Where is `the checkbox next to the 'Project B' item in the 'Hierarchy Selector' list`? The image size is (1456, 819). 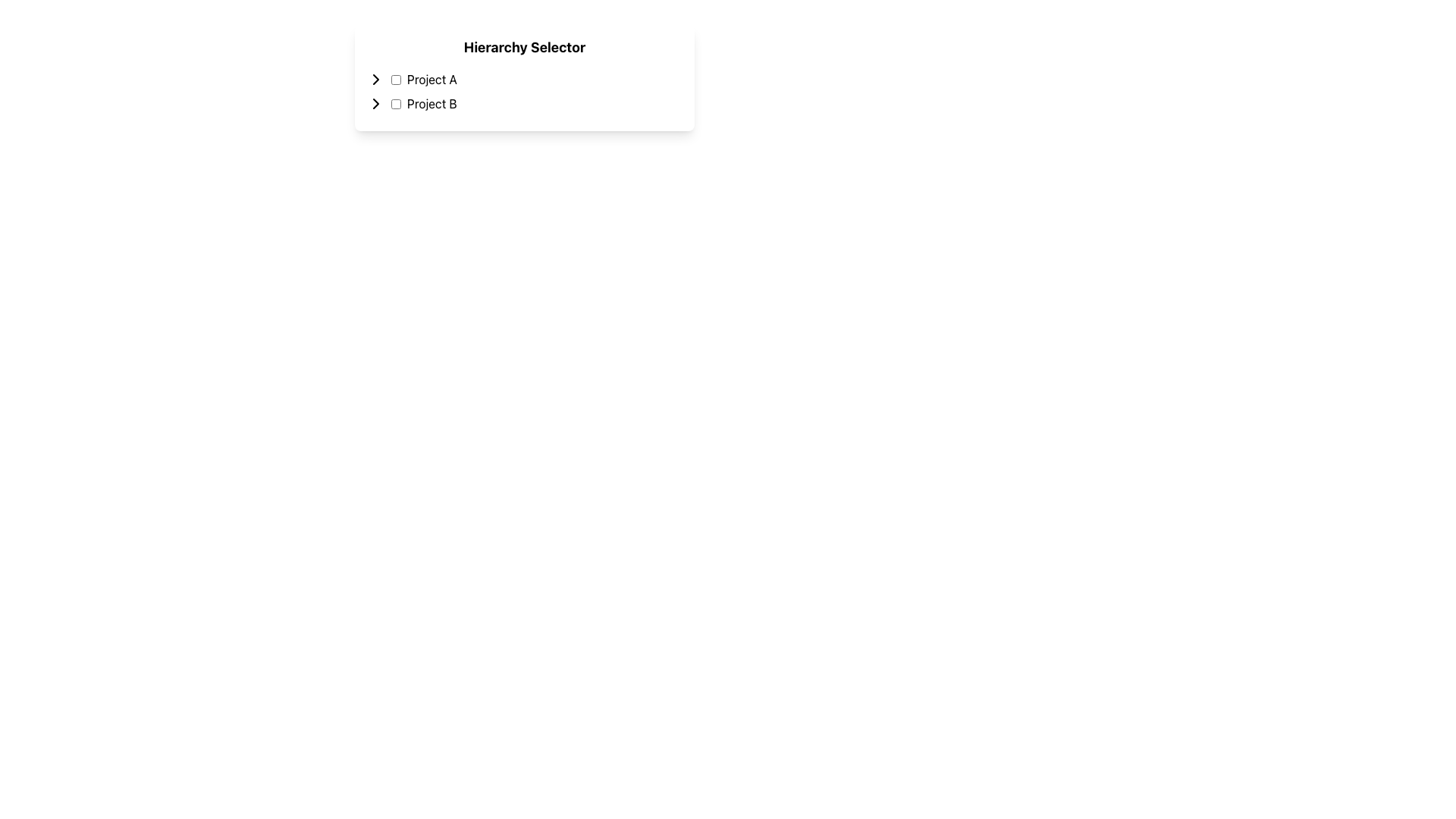 the checkbox next to the 'Project B' item in the 'Hierarchy Selector' list is located at coordinates (524, 103).